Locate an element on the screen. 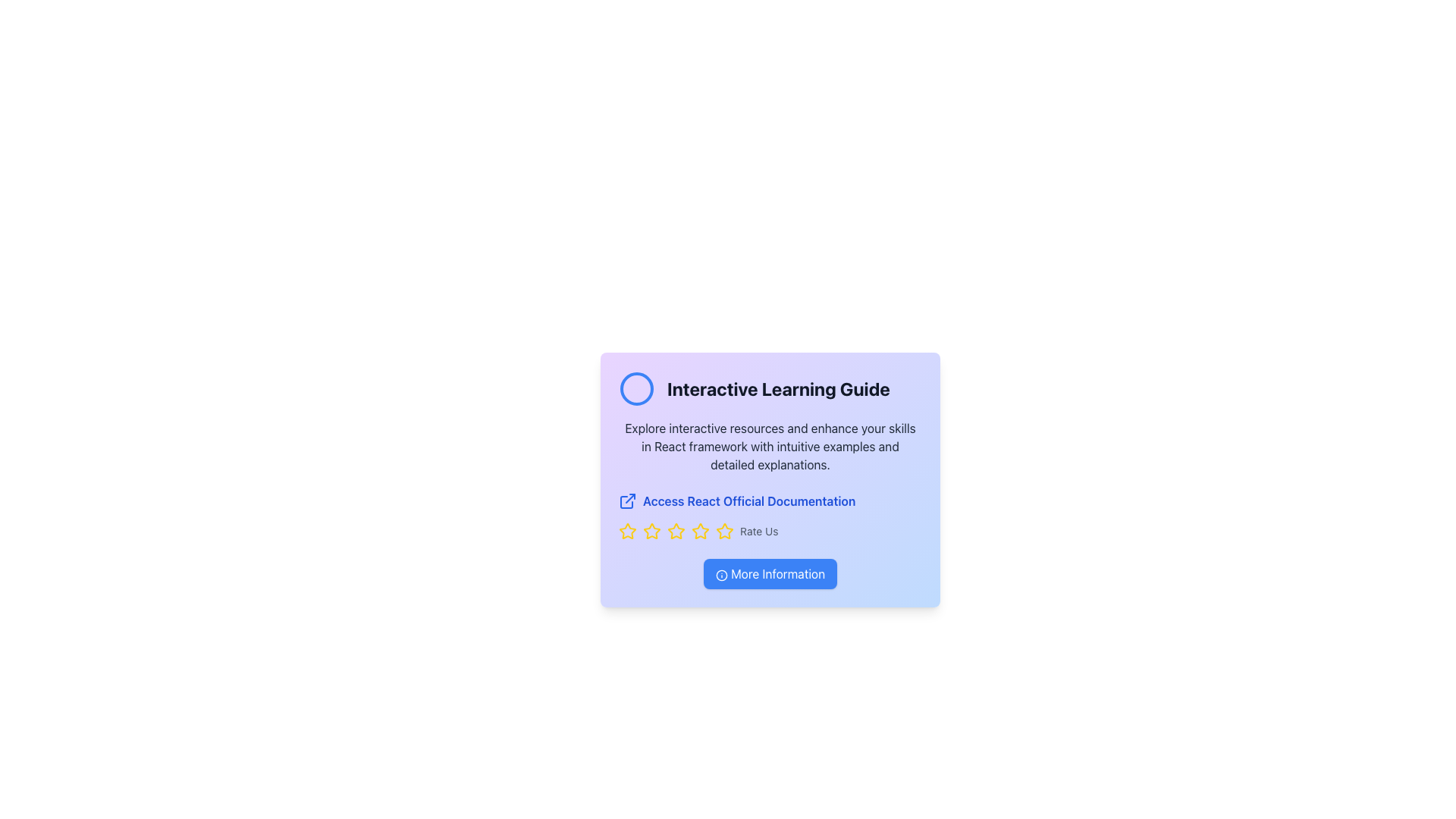 Image resolution: width=1456 pixels, height=819 pixels. the hyperlink with an associated icon located below the 'Interactive Learning Guide' title and above the 'Rate Us' section is located at coordinates (770, 500).